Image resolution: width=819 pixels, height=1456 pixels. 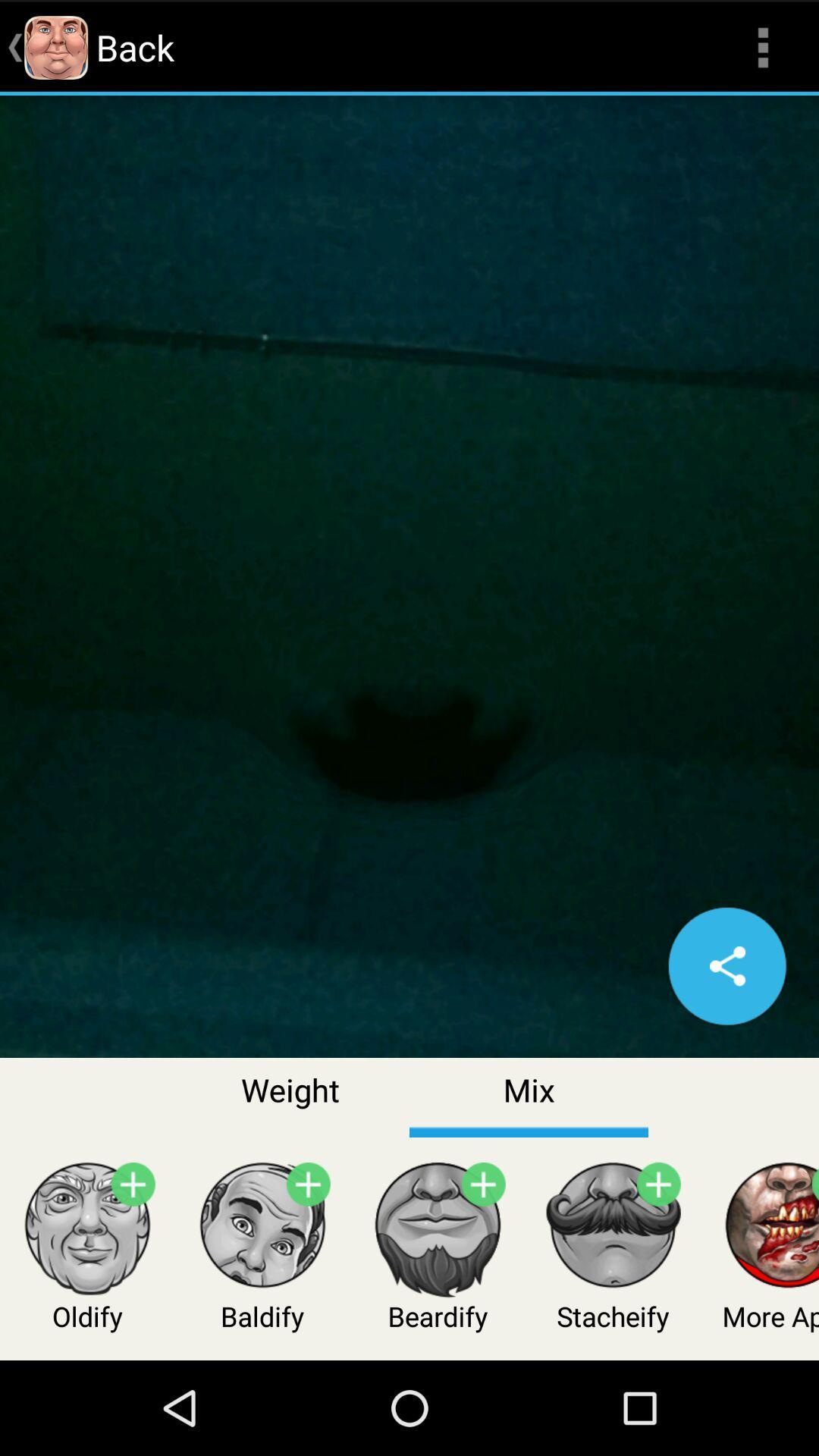 What do you see at coordinates (726, 1033) in the screenshot?
I see `the share icon` at bounding box center [726, 1033].